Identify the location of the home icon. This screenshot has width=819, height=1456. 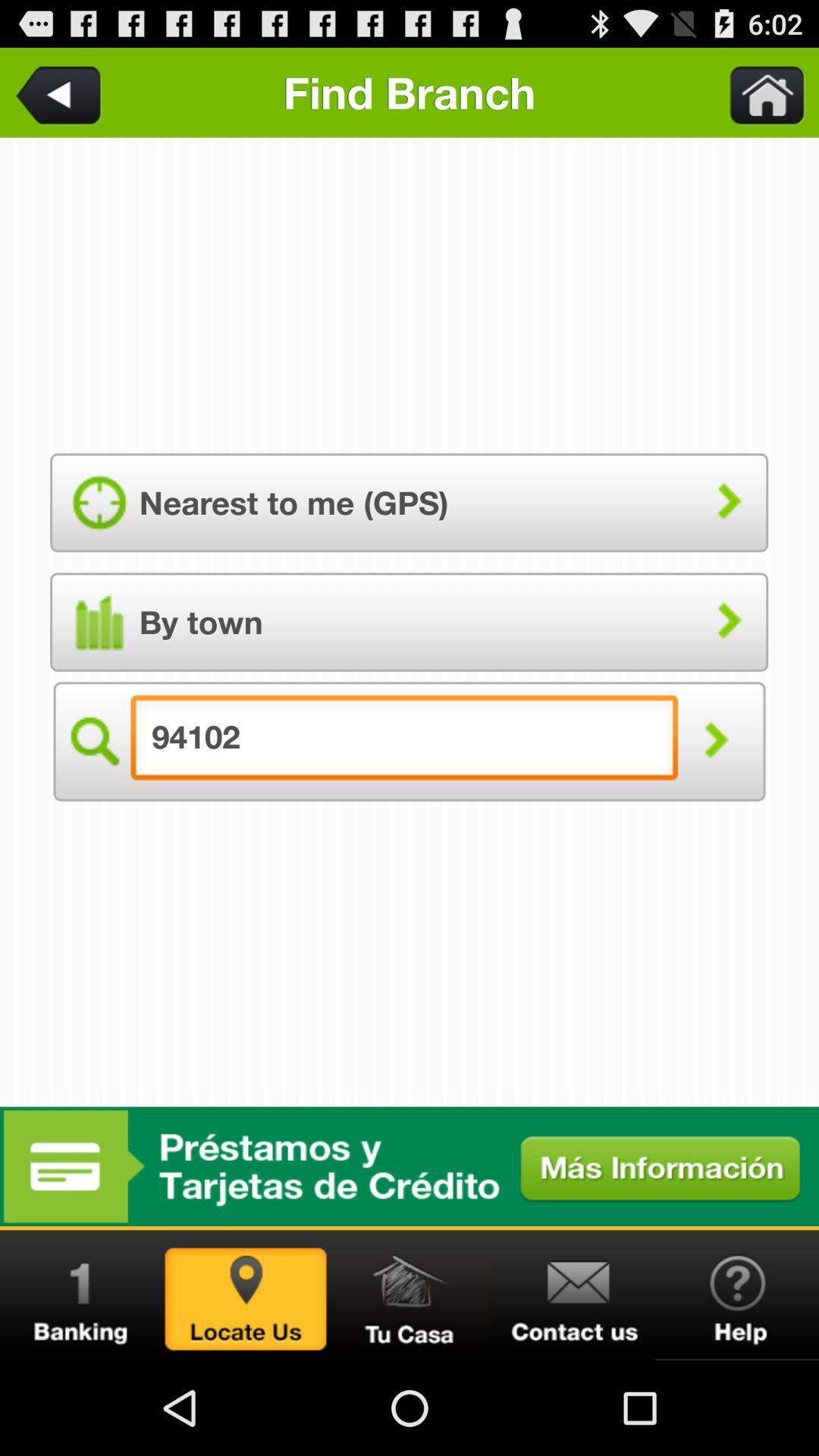
(409, 1386).